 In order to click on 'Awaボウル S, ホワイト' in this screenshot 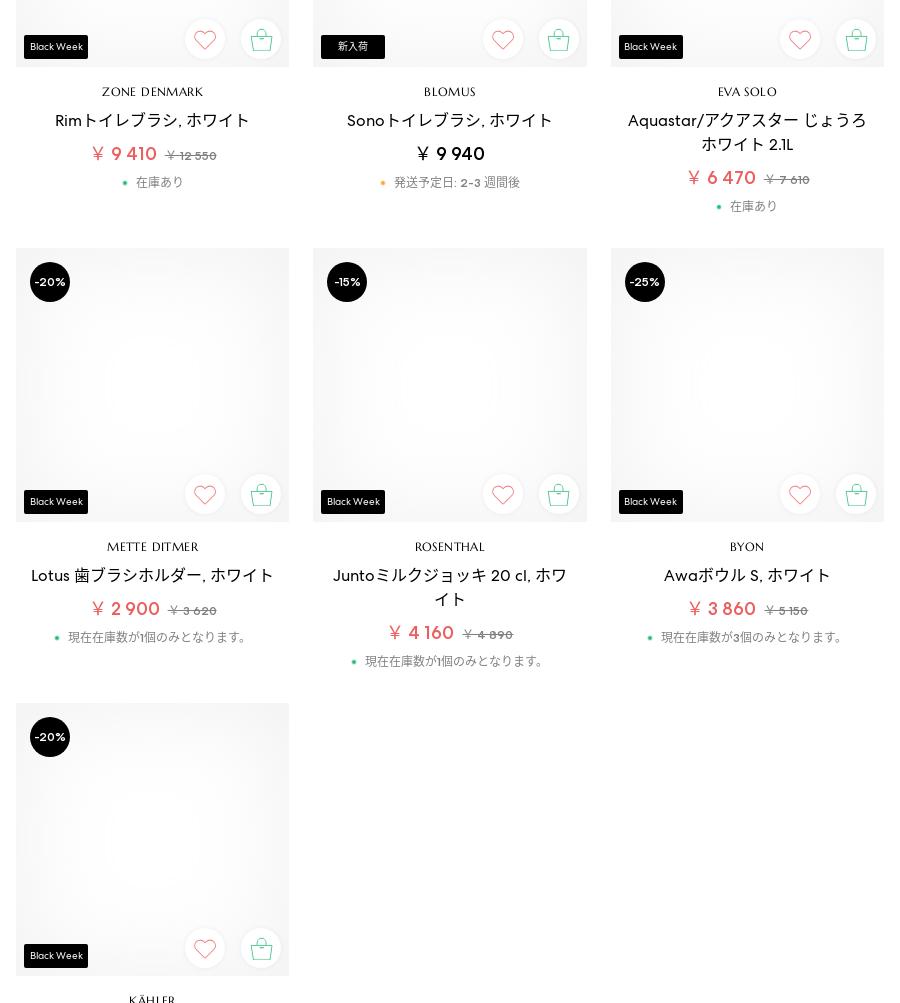, I will do `click(745, 573)`.